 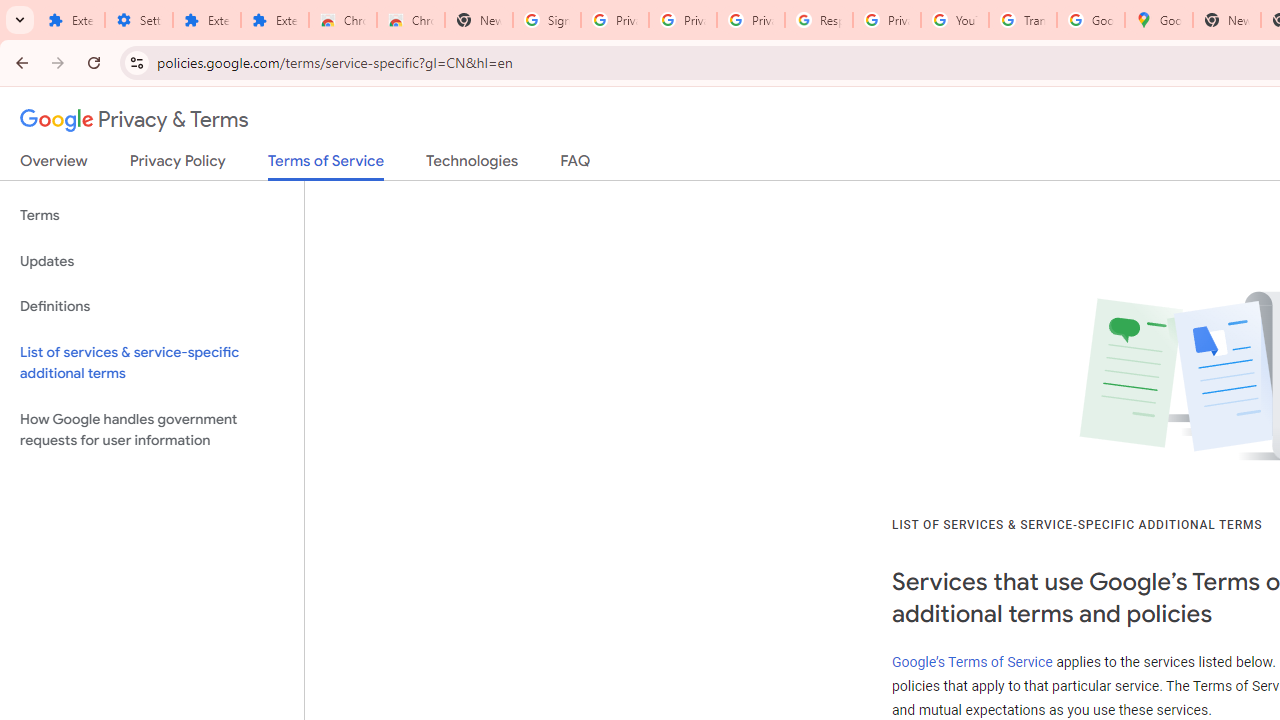 I want to click on 'Definitions', so click(x=151, y=306).